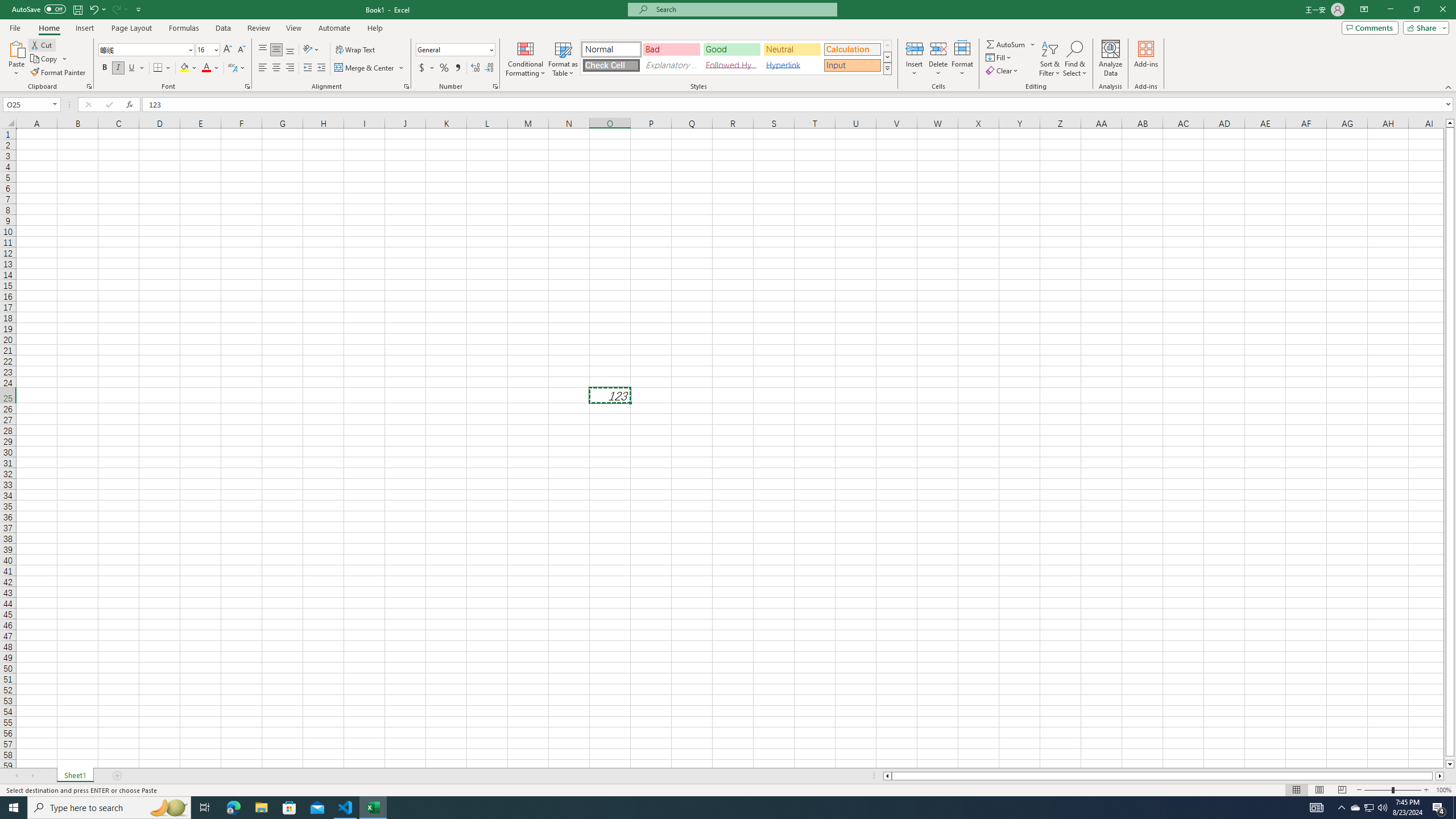 The width and height of the screenshot is (1456, 819). Describe the element at coordinates (937, 59) in the screenshot. I see `'Delete'` at that location.